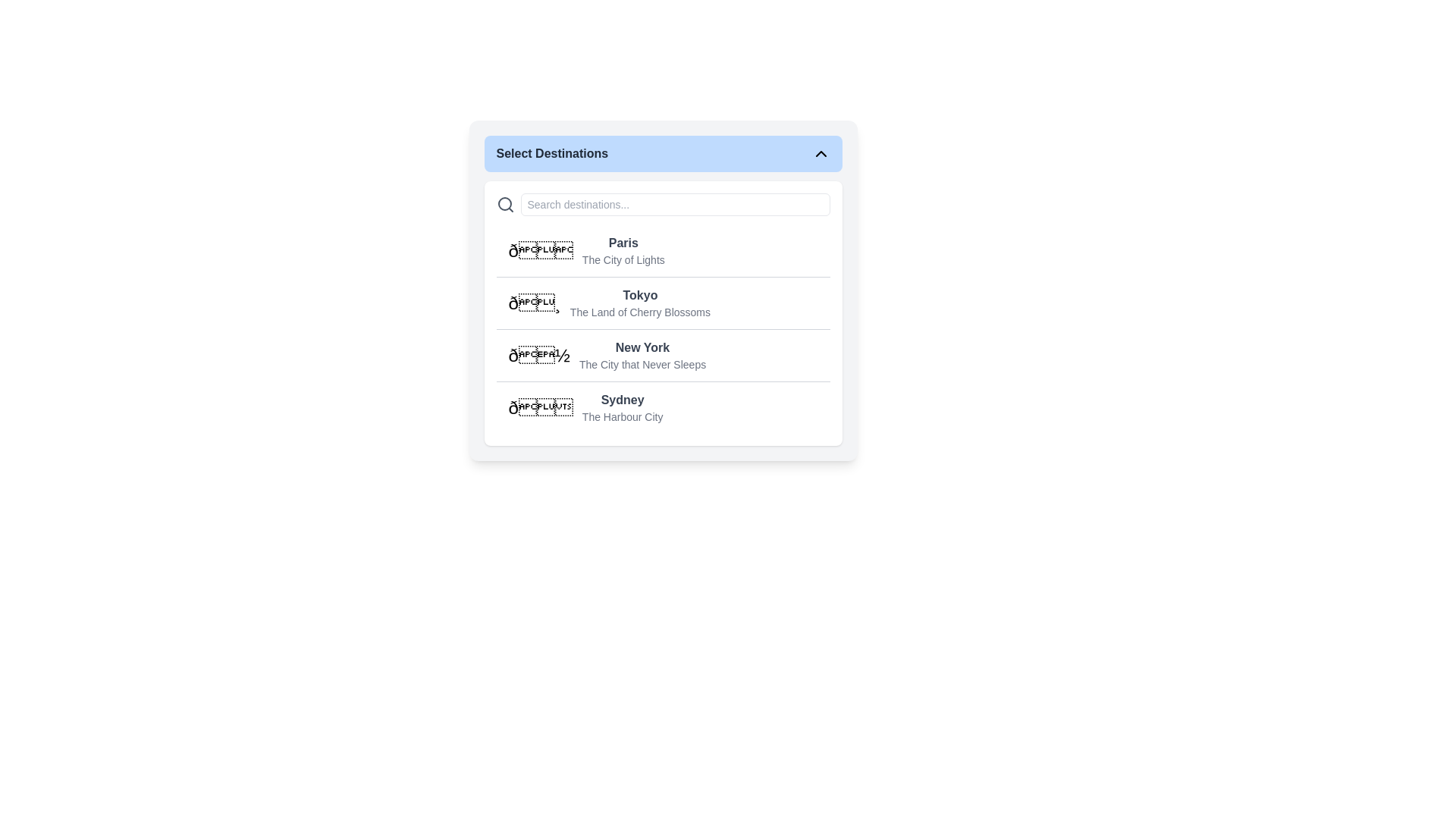 Image resolution: width=1456 pixels, height=819 pixels. What do you see at coordinates (642, 356) in the screenshot?
I see `the Selectable List Item labeled 'New York' in the dropdown menu under 'Select Destinations'` at bounding box center [642, 356].